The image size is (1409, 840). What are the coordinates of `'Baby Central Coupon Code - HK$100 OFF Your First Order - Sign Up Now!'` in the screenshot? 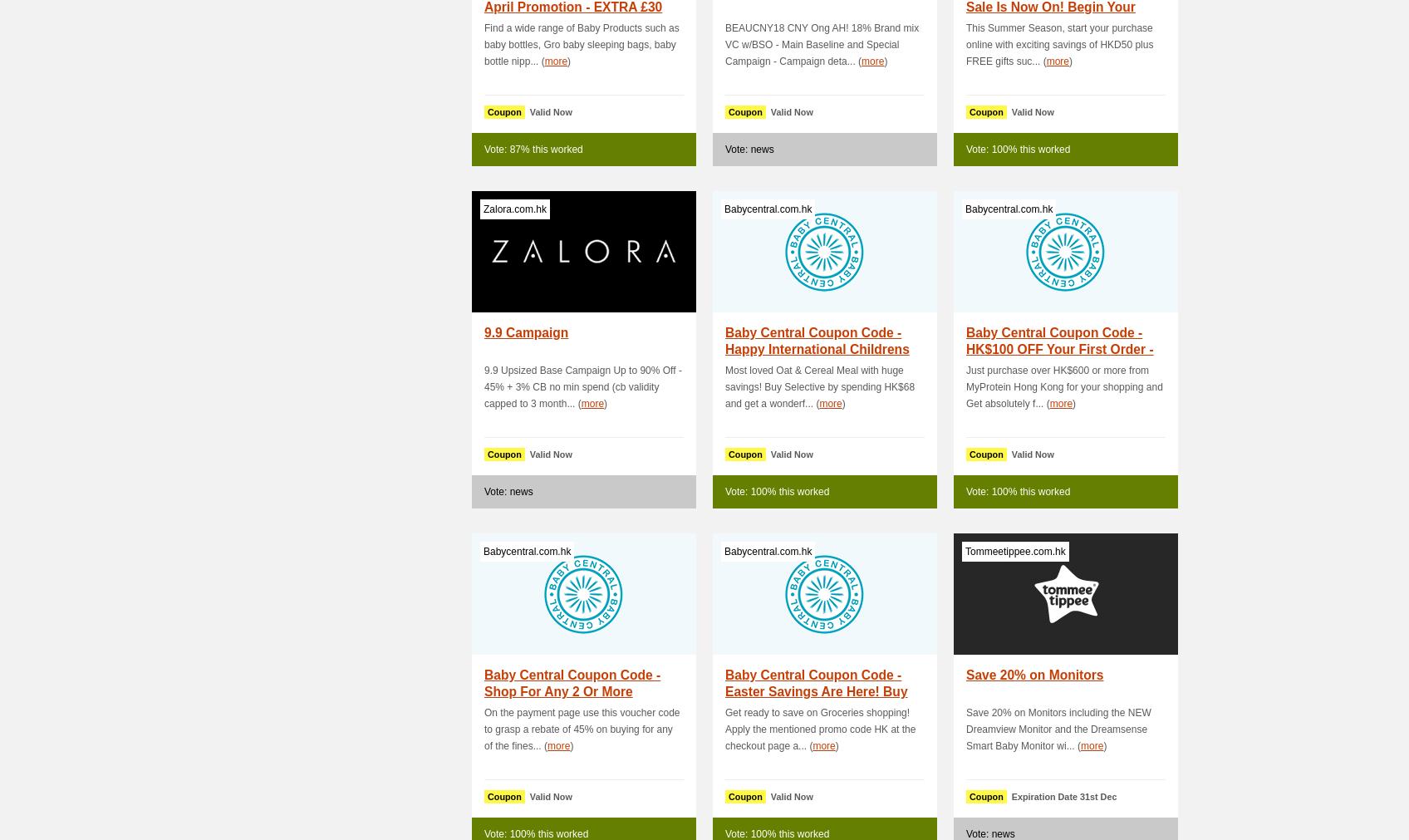 It's located at (1059, 348).